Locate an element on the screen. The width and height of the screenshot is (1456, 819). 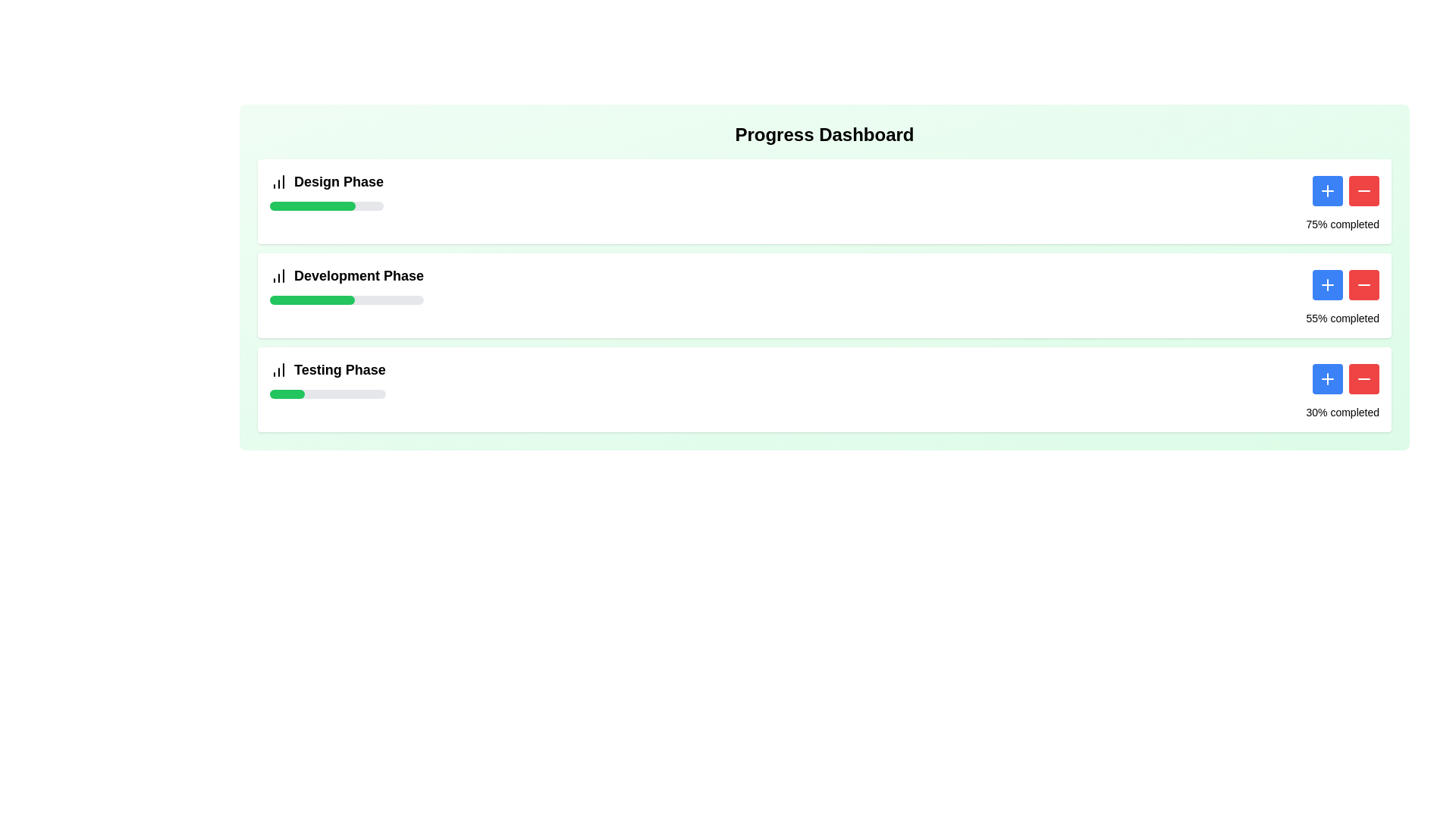
the bar chart icon element located near the left edge of the 'Testing Phase' row is located at coordinates (279, 370).